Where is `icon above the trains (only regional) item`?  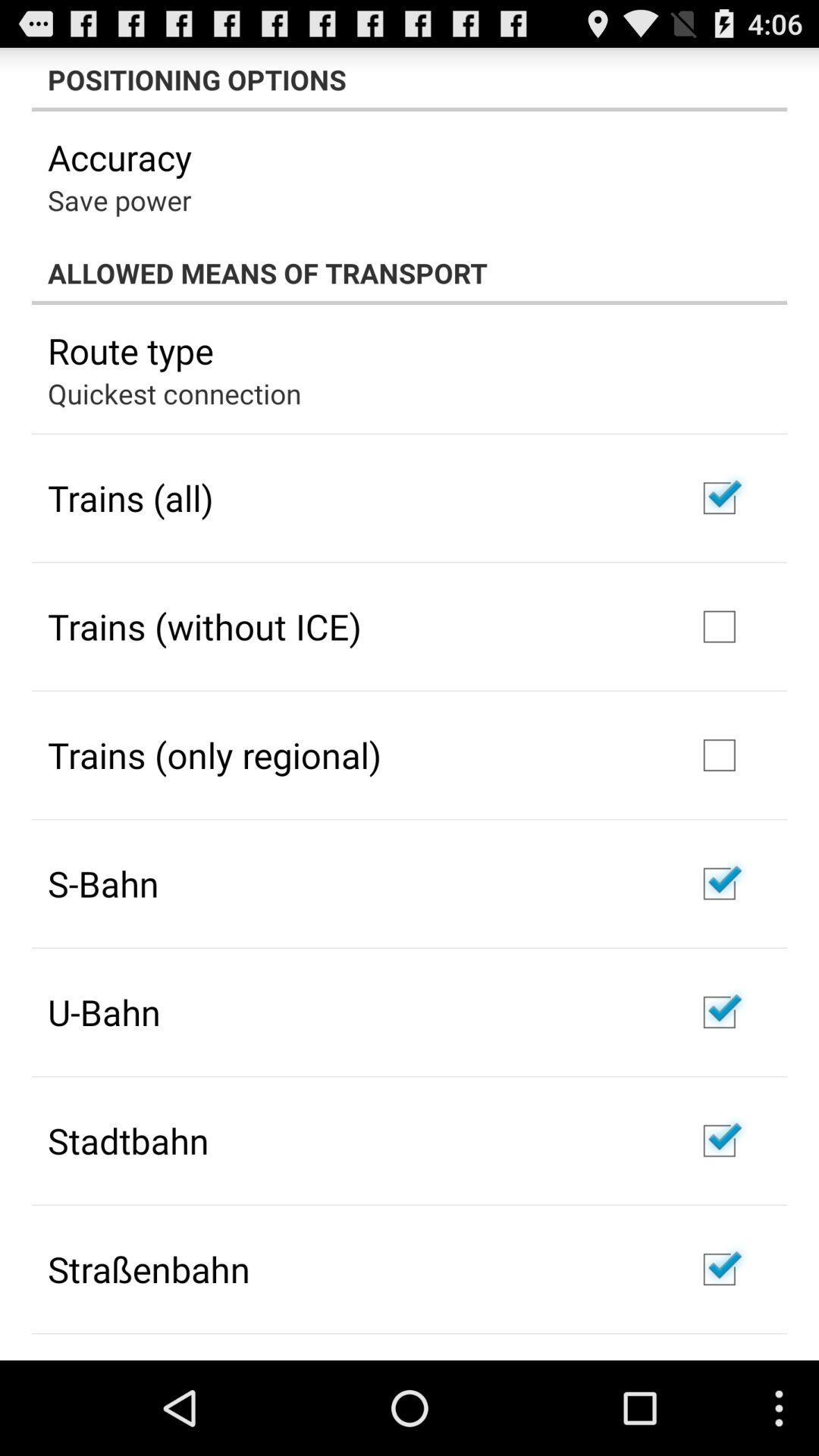 icon above the trains (only regional) item is located at coordinates (205, 626).